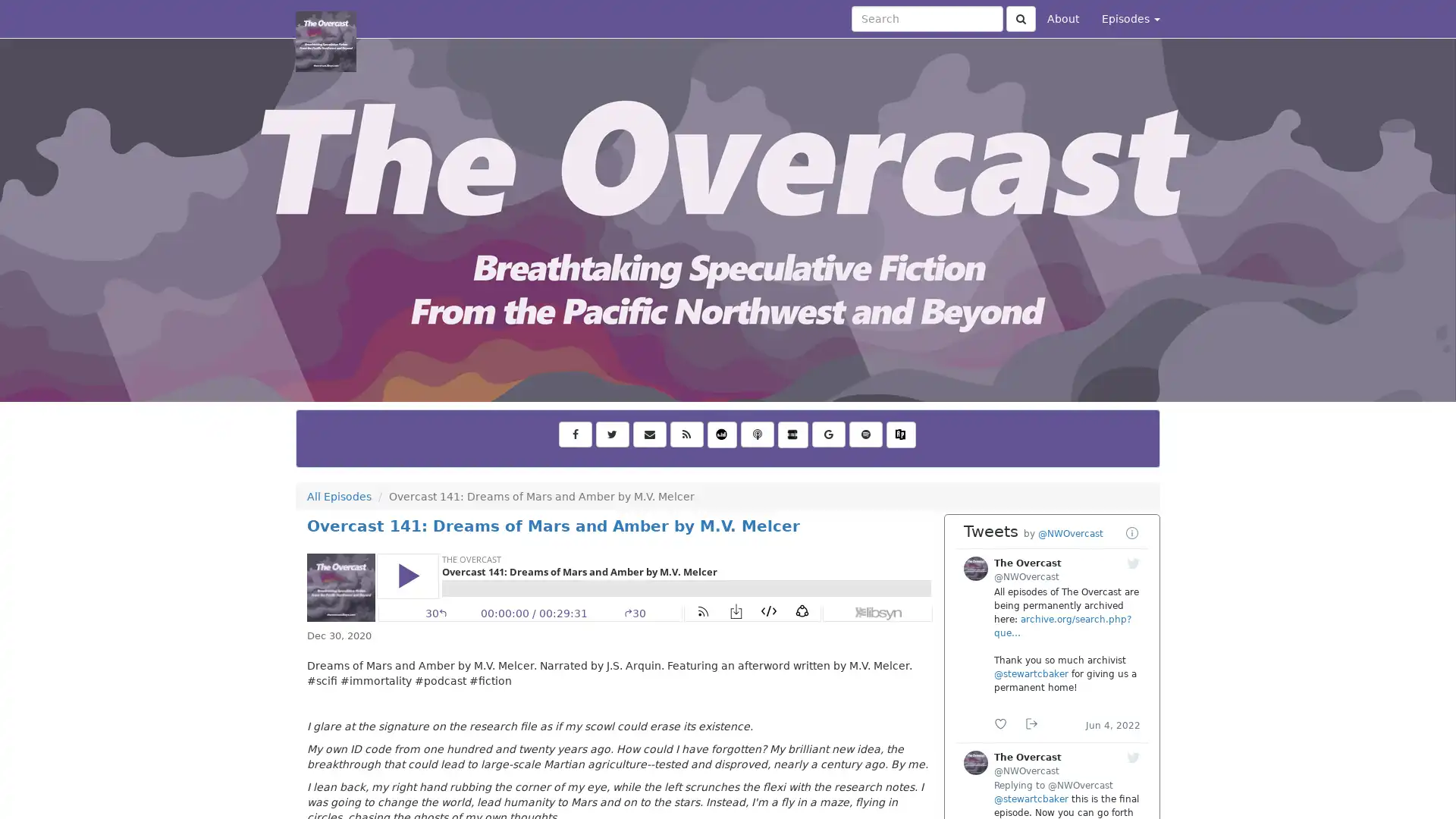  Describe the element at coordinates (1021, 18) in the screenshot. I see `Click to submit search` at that location.